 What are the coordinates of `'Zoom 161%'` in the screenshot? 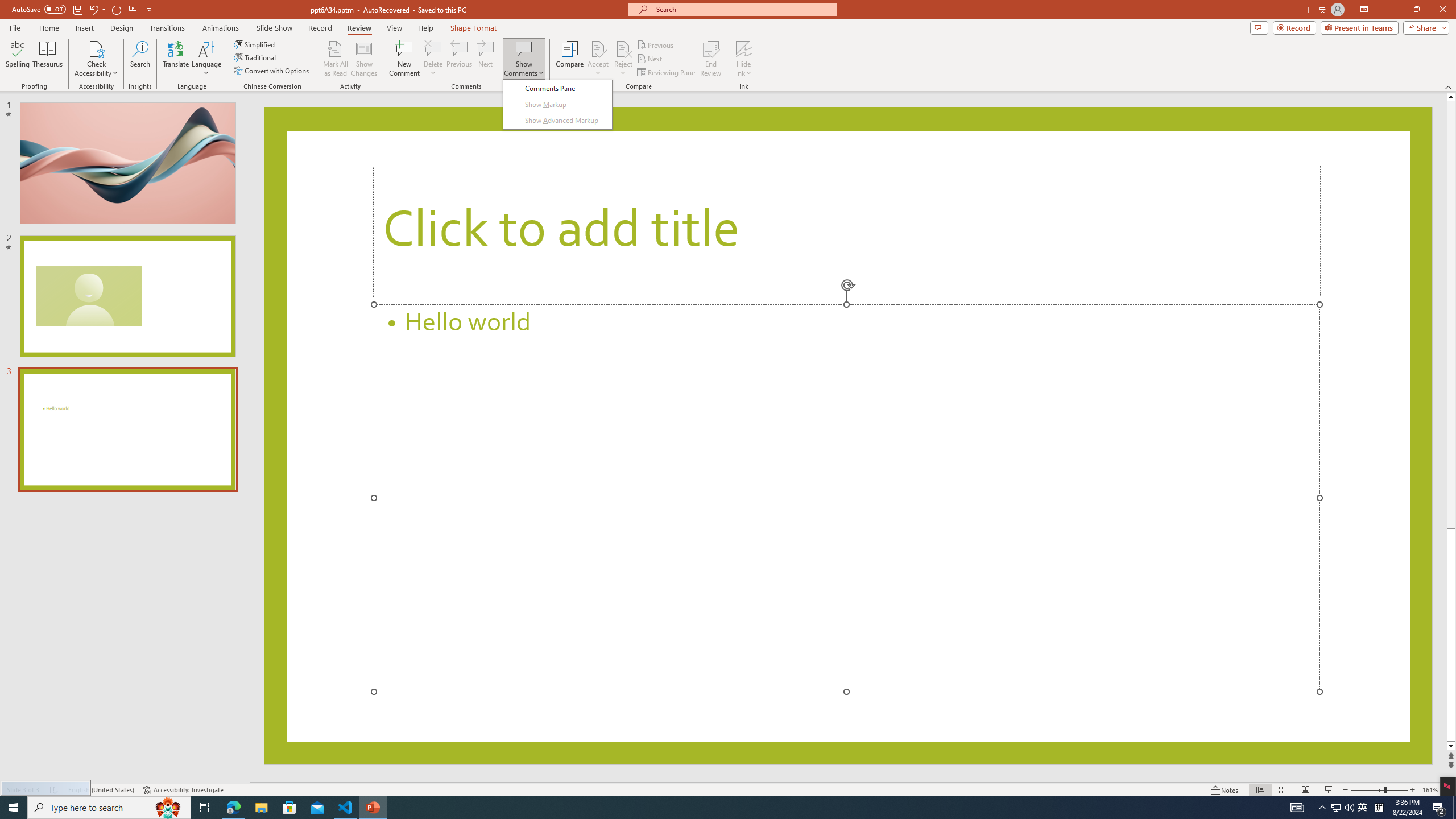 It's located at (1430, 790).